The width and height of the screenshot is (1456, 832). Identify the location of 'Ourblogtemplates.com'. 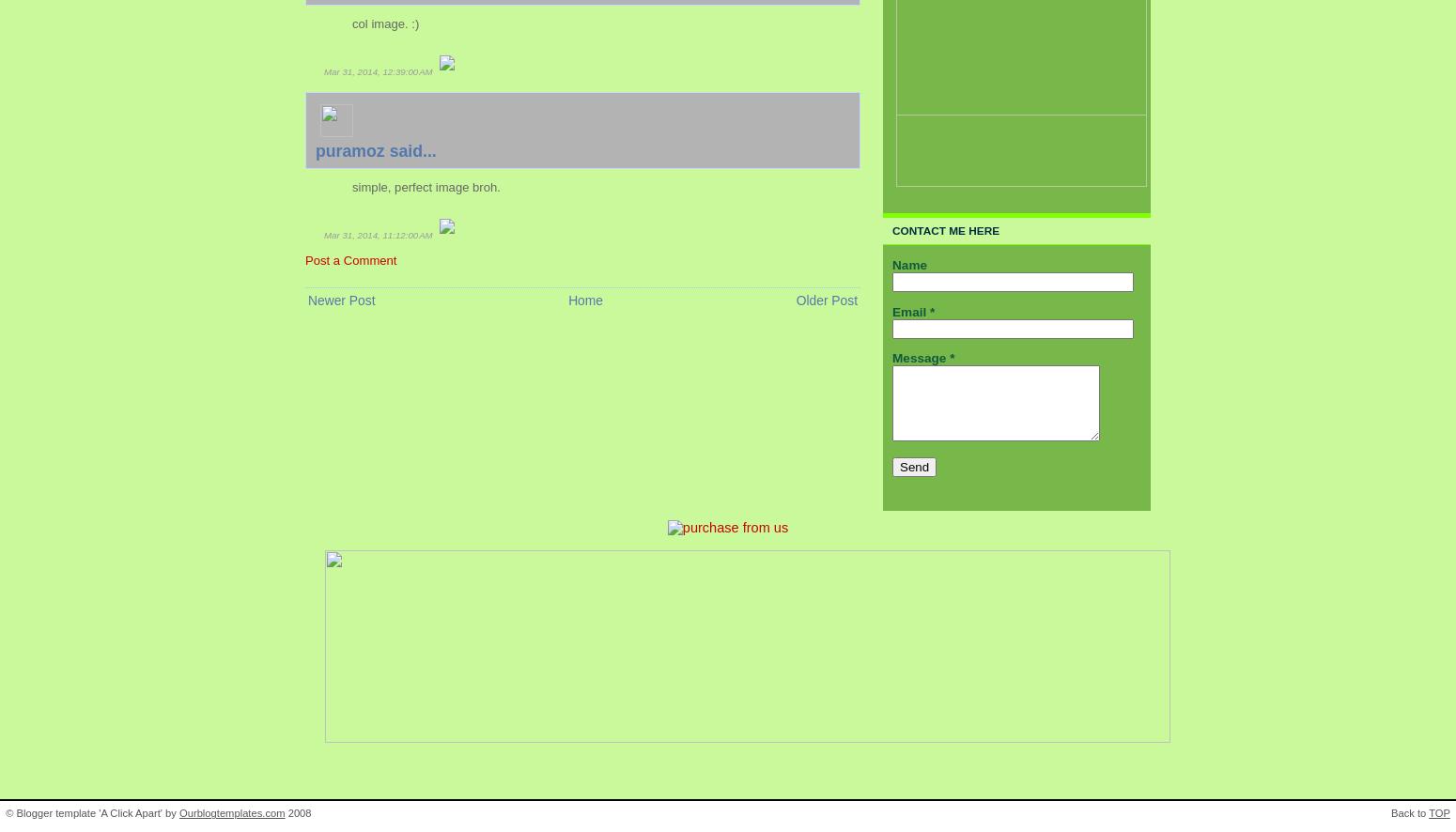
(178, 811).